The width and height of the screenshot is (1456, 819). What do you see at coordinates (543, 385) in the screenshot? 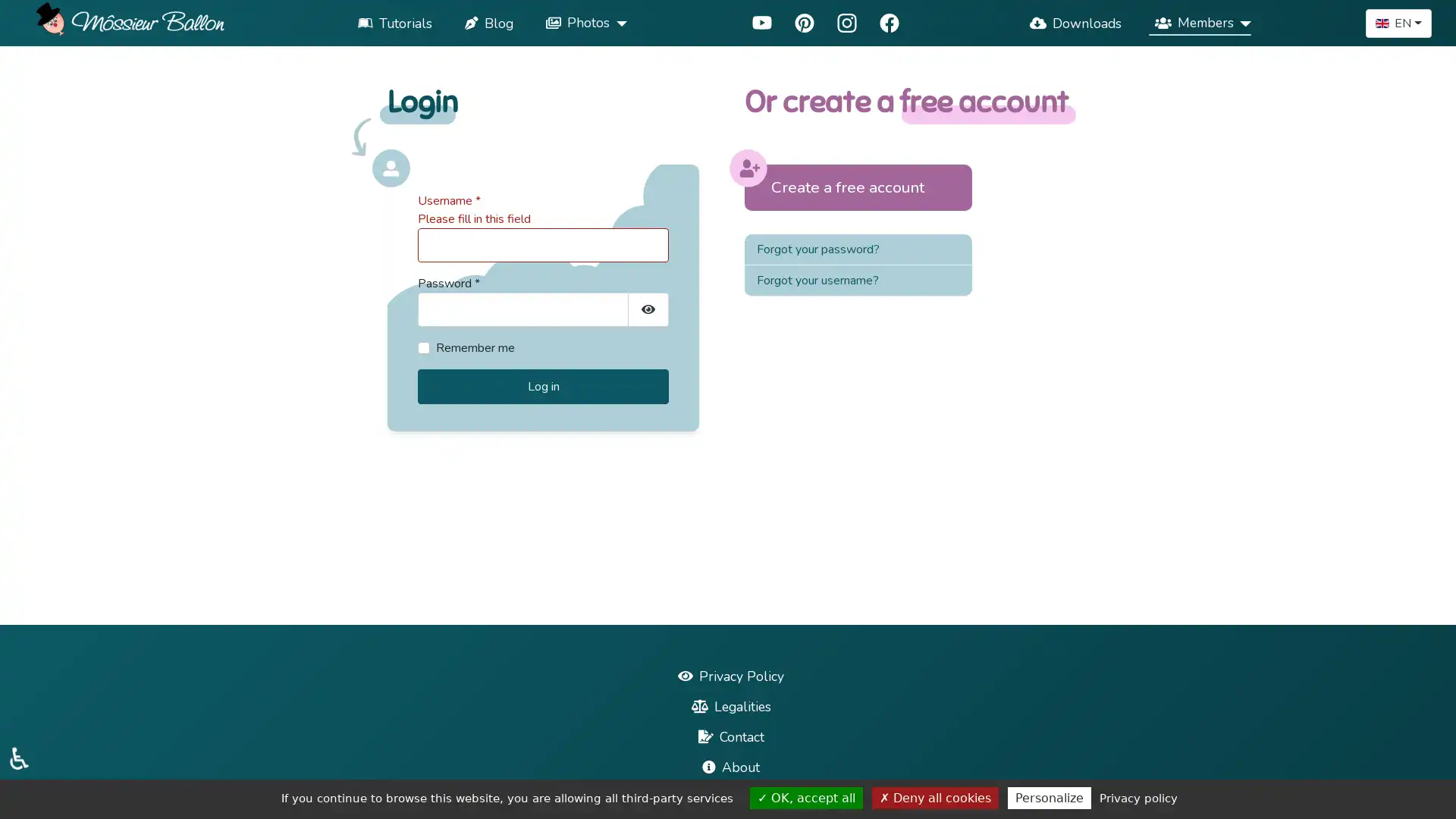
I see `Log in` at bounding box center [543, 385].